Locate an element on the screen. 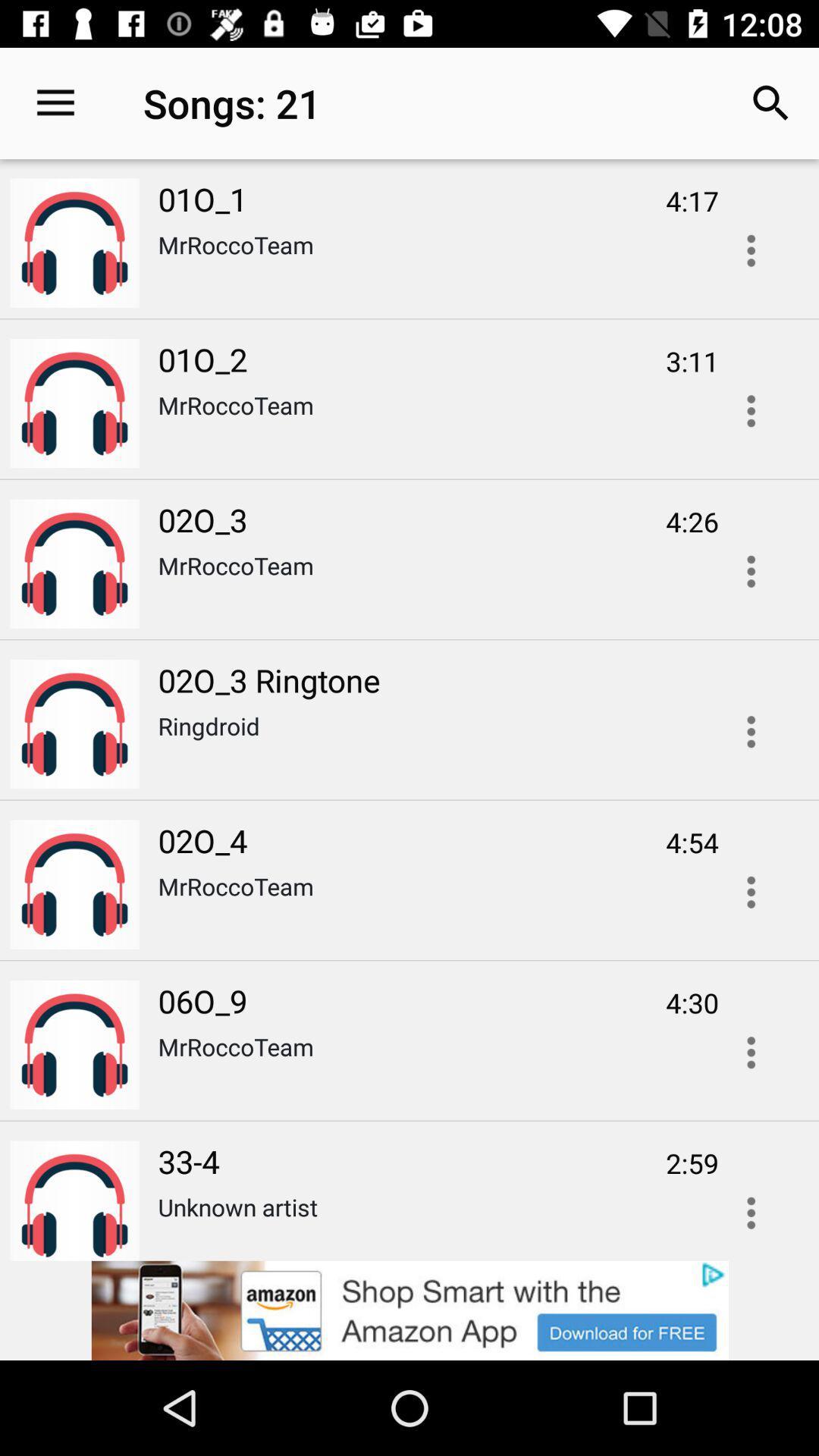 Image resolution: width=819 pixels, height=1456 pixels. menu button is located at coordinates (751, 1207).